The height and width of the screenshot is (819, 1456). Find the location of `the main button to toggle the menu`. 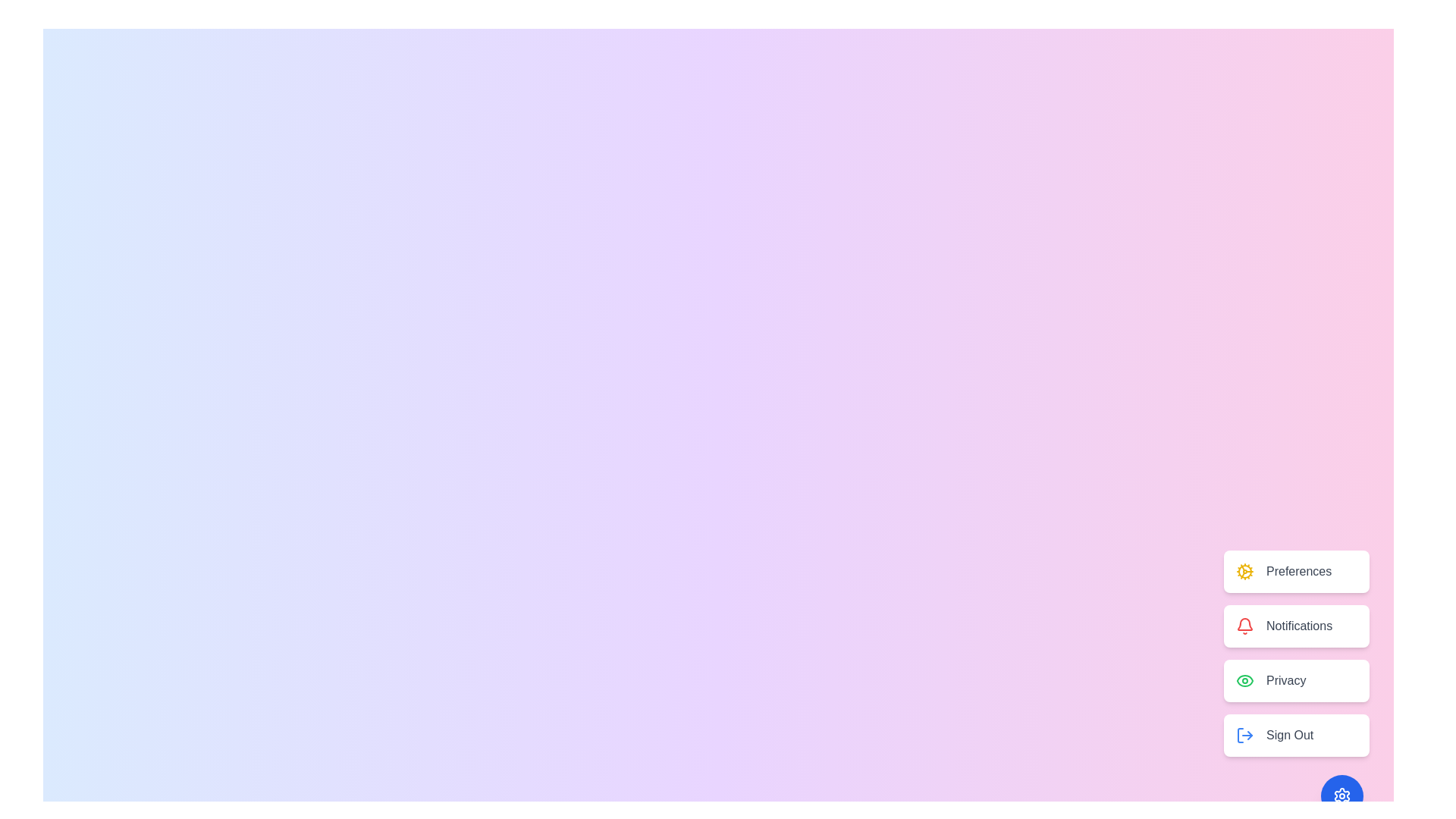

the main button to toggle the menu is located at coordinates (1342, 795).